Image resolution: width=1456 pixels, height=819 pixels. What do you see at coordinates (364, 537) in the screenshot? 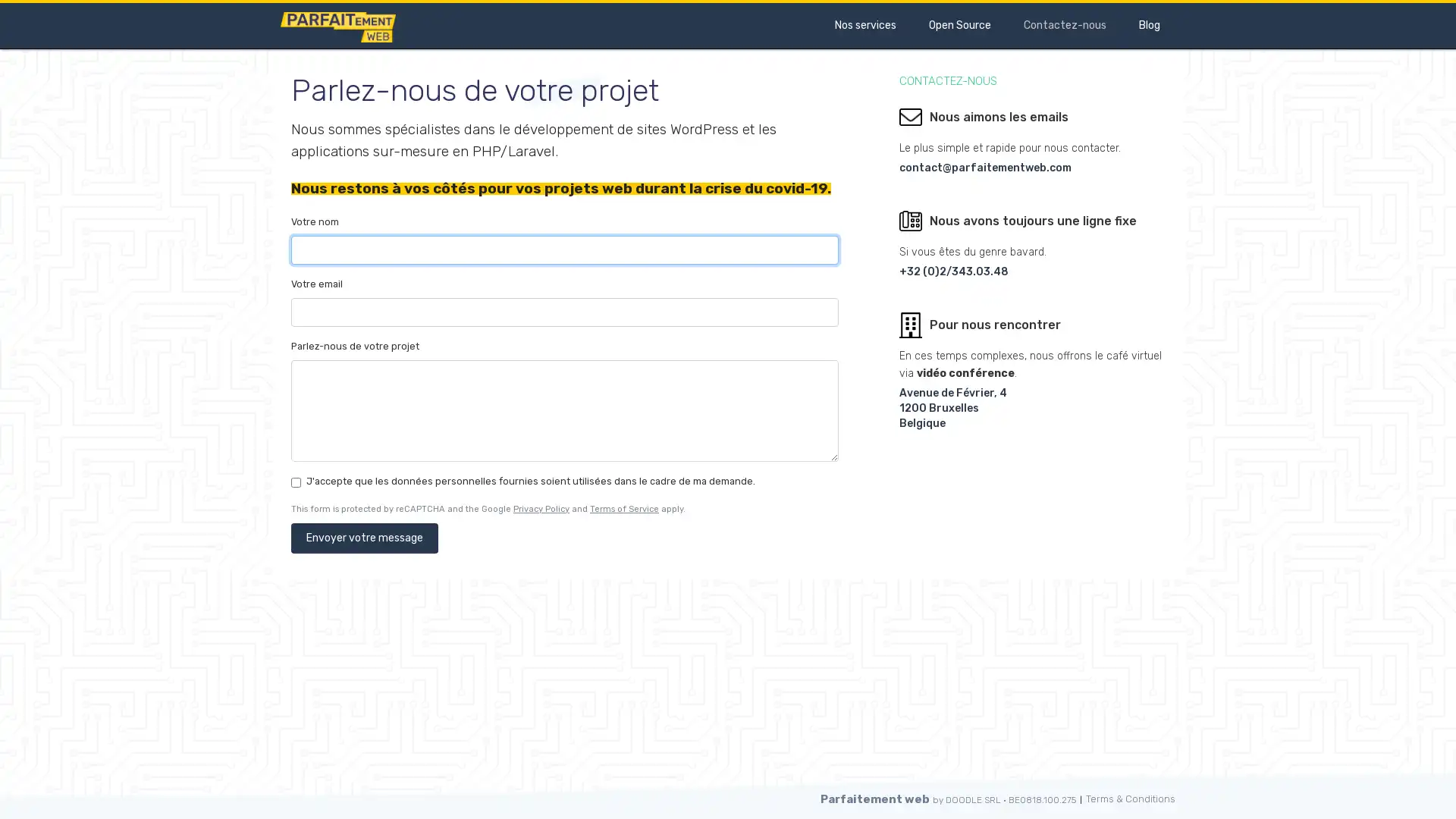
I see `Envoyer votre message` at bounding box center [364, 537].